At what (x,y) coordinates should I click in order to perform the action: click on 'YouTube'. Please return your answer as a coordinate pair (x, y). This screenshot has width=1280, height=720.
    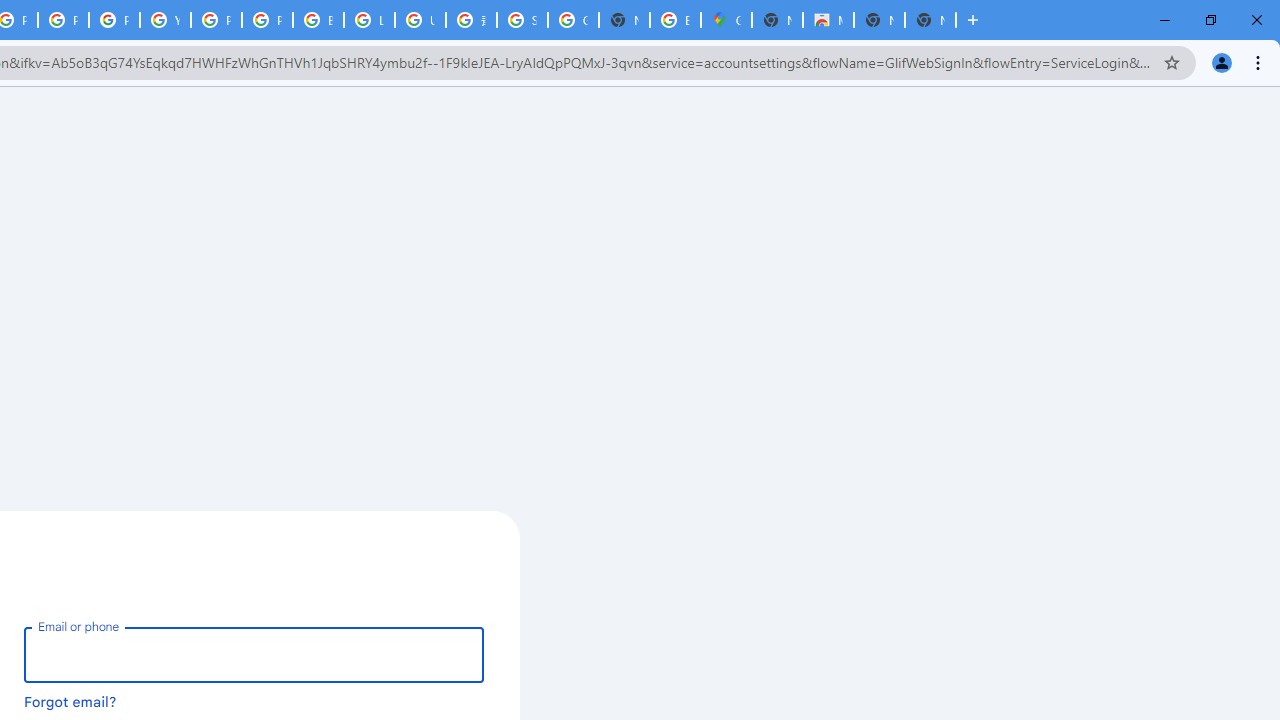
    Looking at the image, I should click on (165, 20).